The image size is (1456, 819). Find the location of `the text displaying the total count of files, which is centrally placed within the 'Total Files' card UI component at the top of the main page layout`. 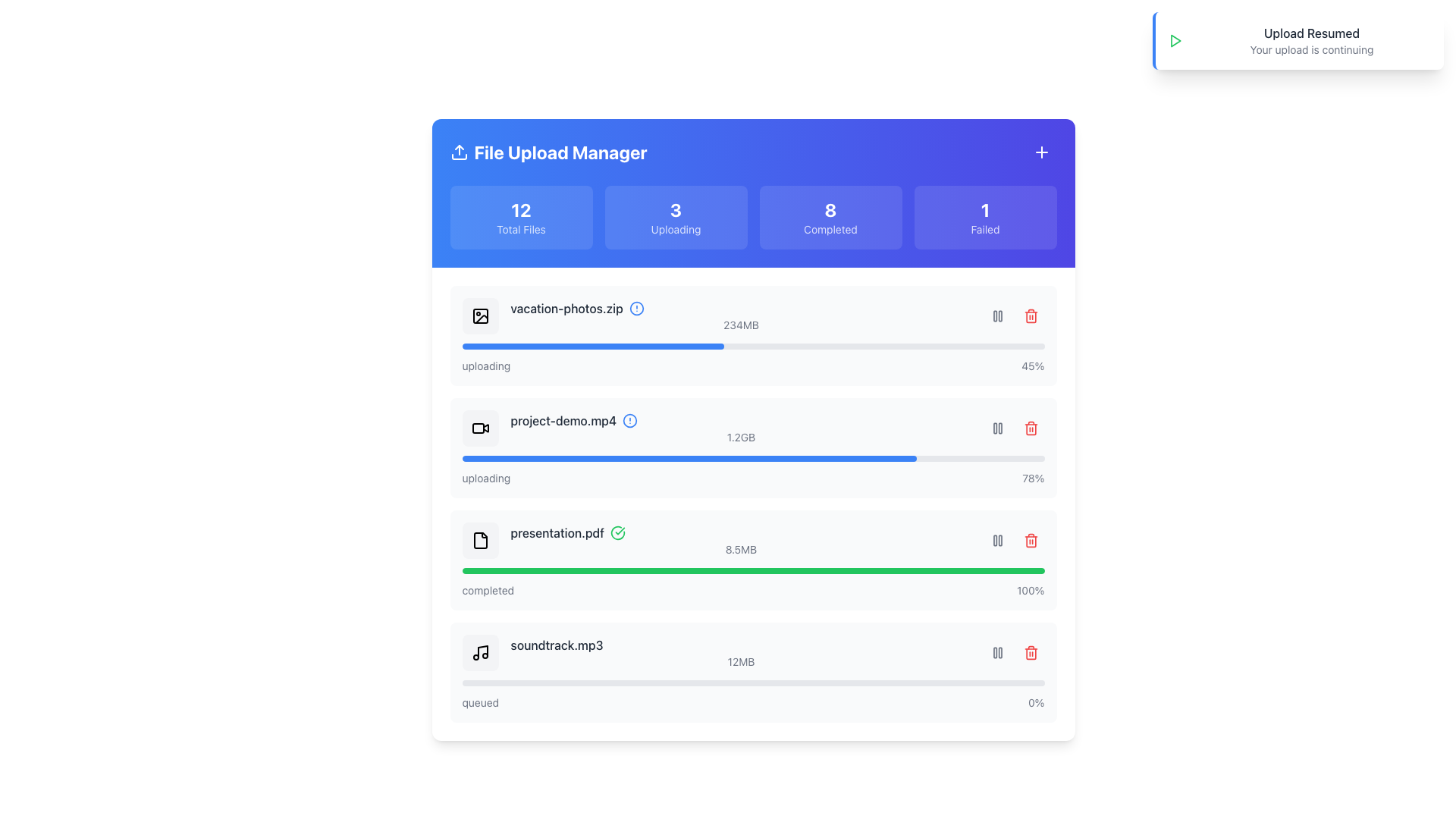

the text displaying the total count of files, which is centrally placed within the 'Total Files' card UI component at the top of the main page layout is located at coordinates (521, 210).